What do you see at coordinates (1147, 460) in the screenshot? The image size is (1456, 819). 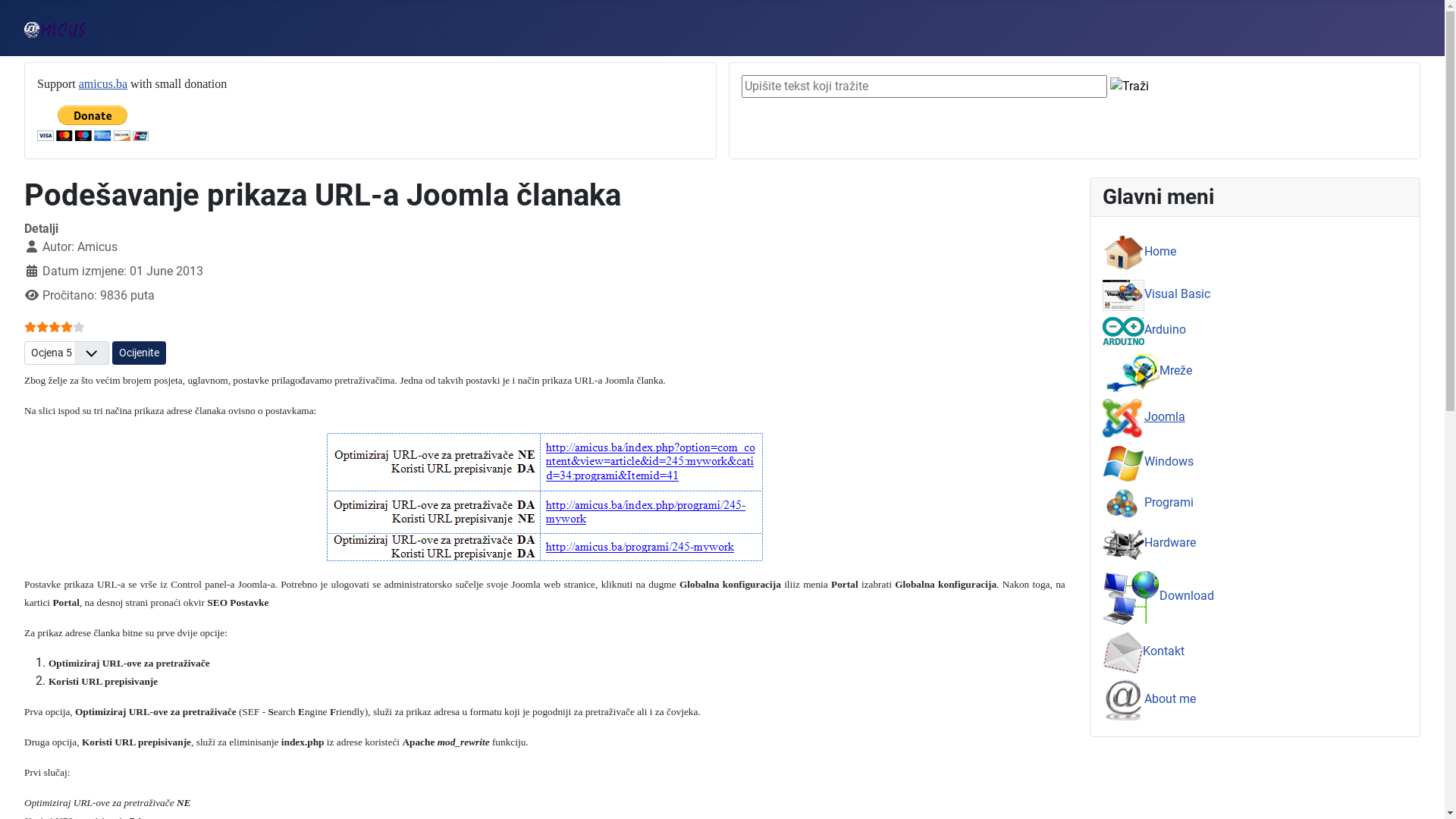 I see `'Windows'` at bounding box center [1147, 460].